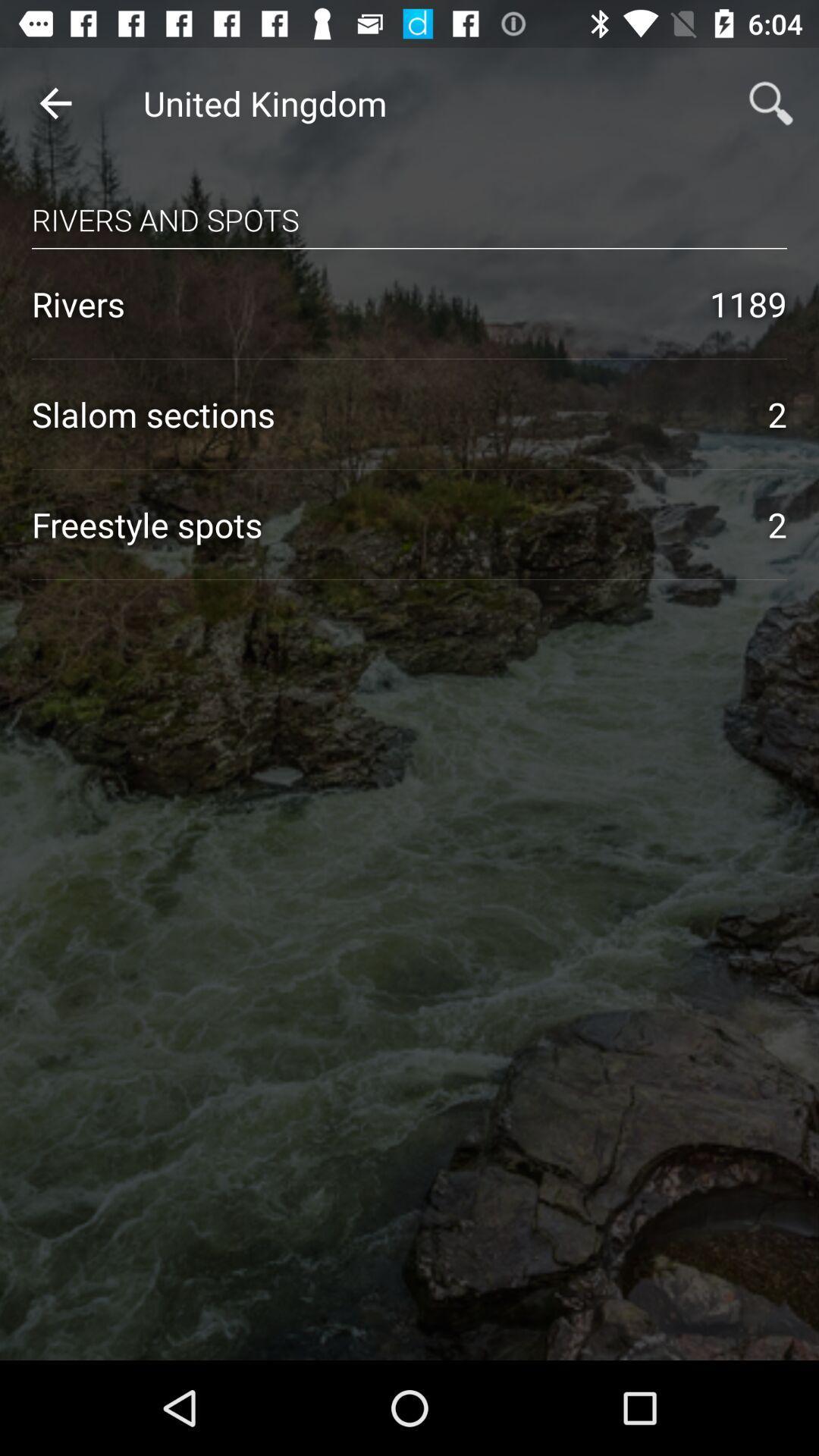 This screenshot has height=1456, width=819. What do you see at coordinates (748, 303) in the screenshot?
I see `the item next to rivers icon` at bounding box center [748, 303].